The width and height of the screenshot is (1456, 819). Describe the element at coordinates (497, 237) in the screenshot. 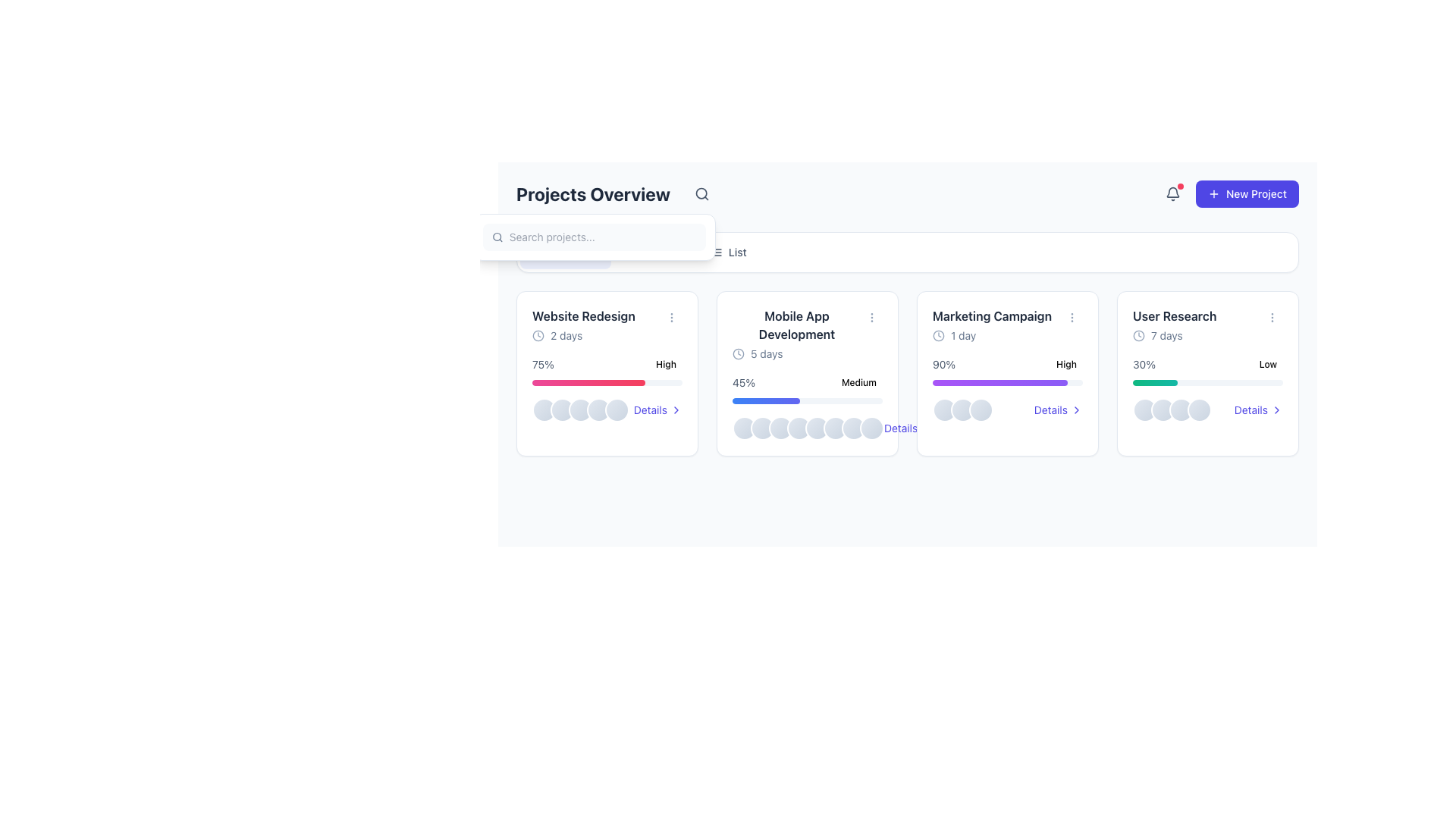

I see `the magnifying glass icon representing the search feature, which is colored slate gray and located in the header section to the left of the 'Search projects...' input field` at that location.